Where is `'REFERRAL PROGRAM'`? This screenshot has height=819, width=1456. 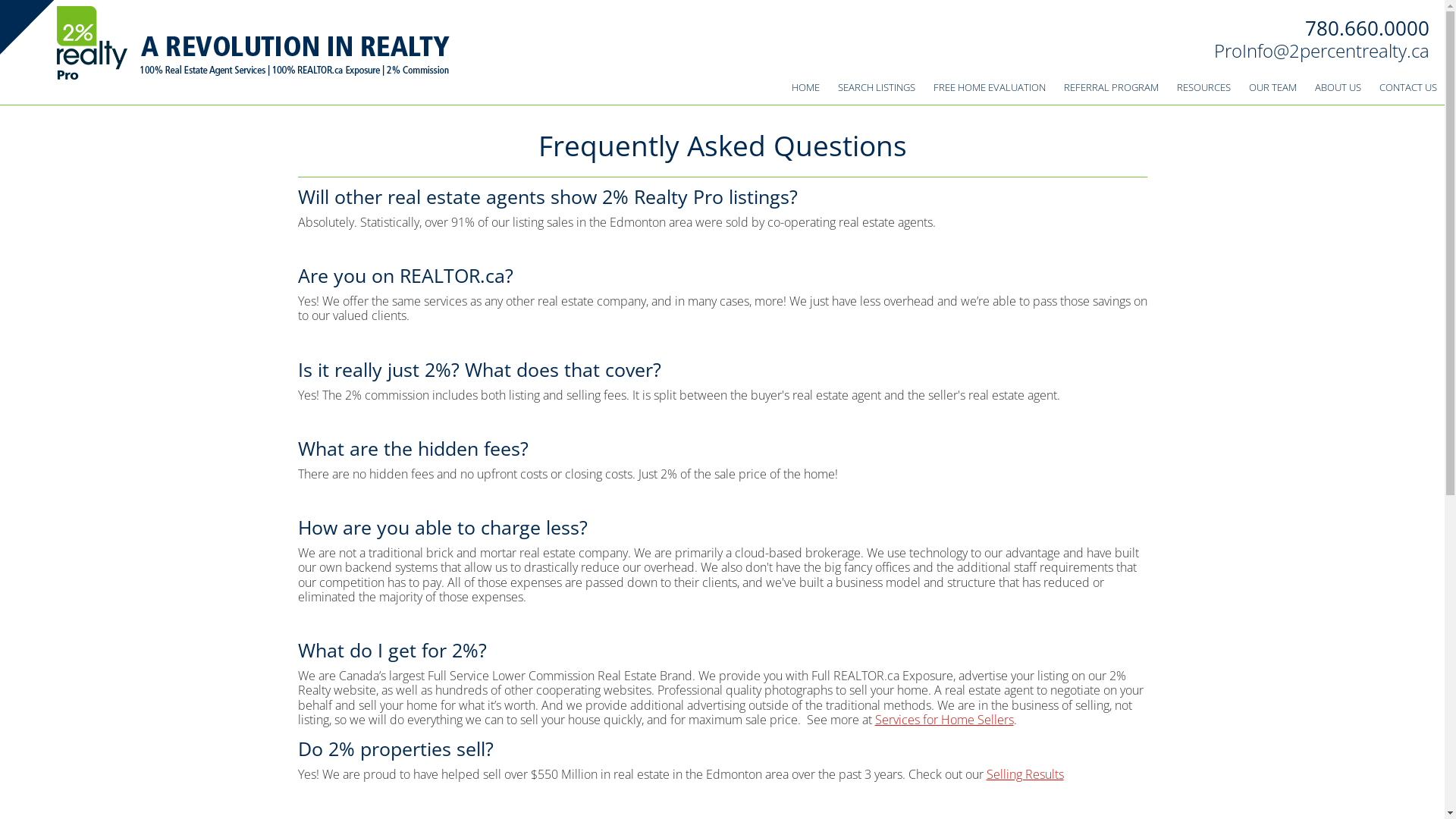 'REFERRAL PROGRAM' is located at coordinates (1111, 87).